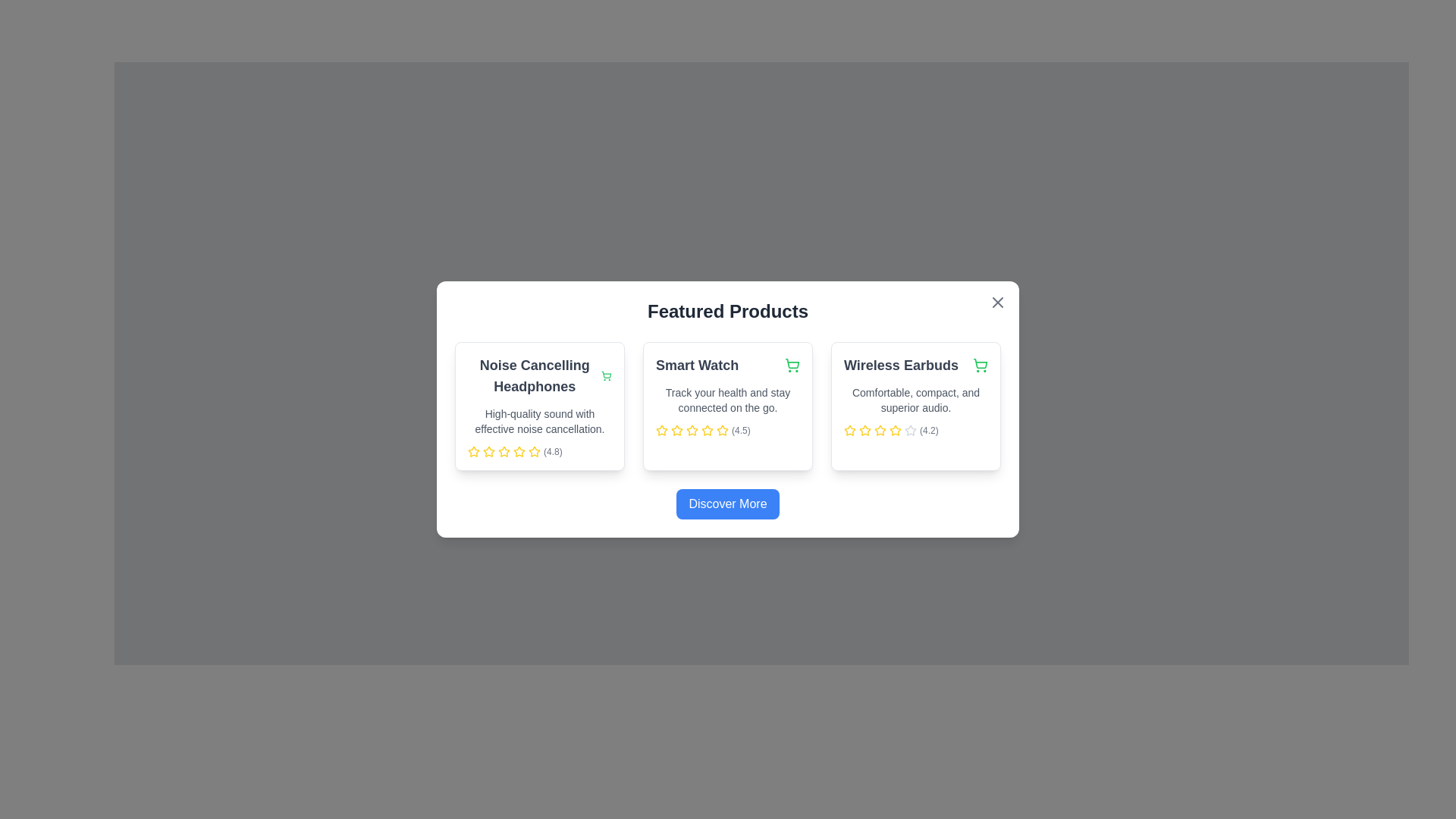 The height and width of the screenshot is (819, 1456). What do you see at coordinates (519, 451) in the screenshot?
I see `the second yellow star in the user rating section of the 'Noise Cancelling Headphones' card` at bounding box center [519, 451].